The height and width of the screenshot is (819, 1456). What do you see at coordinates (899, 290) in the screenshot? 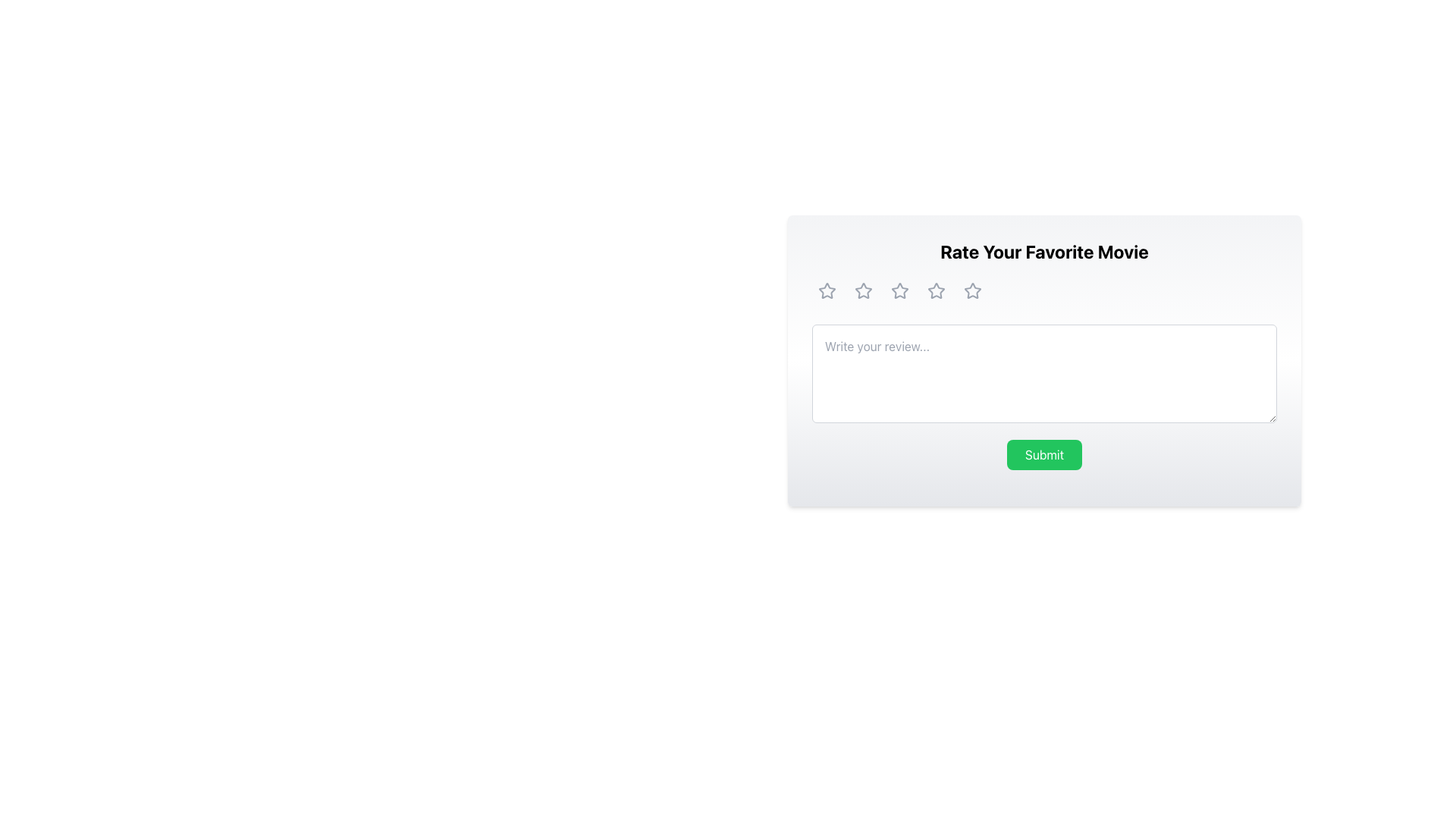
I see `the second star icon in the rating system` at bounding box center [899, 290].